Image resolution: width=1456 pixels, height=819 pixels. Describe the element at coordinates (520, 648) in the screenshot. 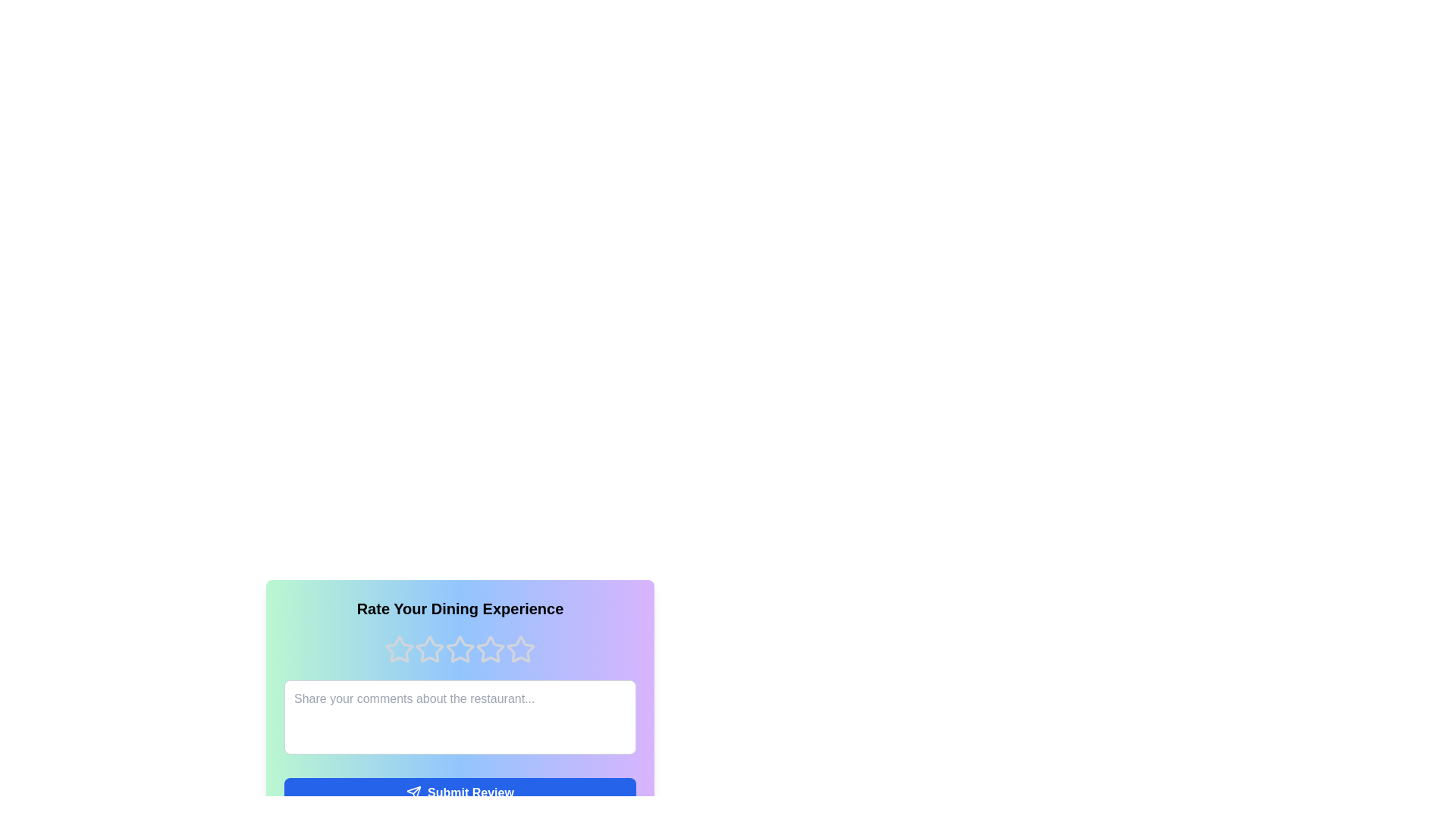

I see `the fifth star icon, which is a soft gray star with a stroke effect` at that location.